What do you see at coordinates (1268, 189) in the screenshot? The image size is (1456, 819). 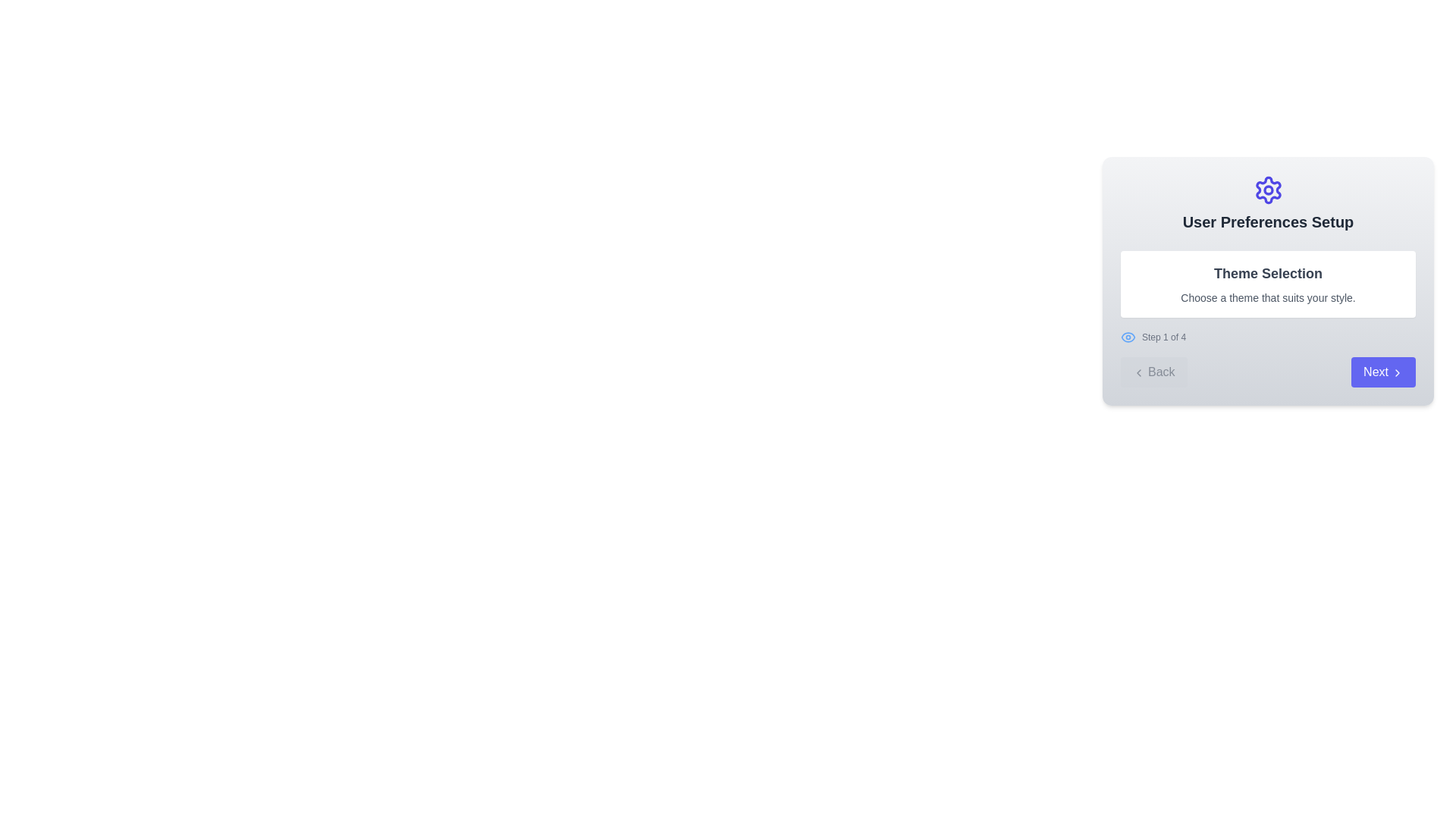 I see `the settings icon located at the top center of the 'User Preferences Setup' card, which visually represents the concept of settings or preferences` at bounding box center [1268, 189].